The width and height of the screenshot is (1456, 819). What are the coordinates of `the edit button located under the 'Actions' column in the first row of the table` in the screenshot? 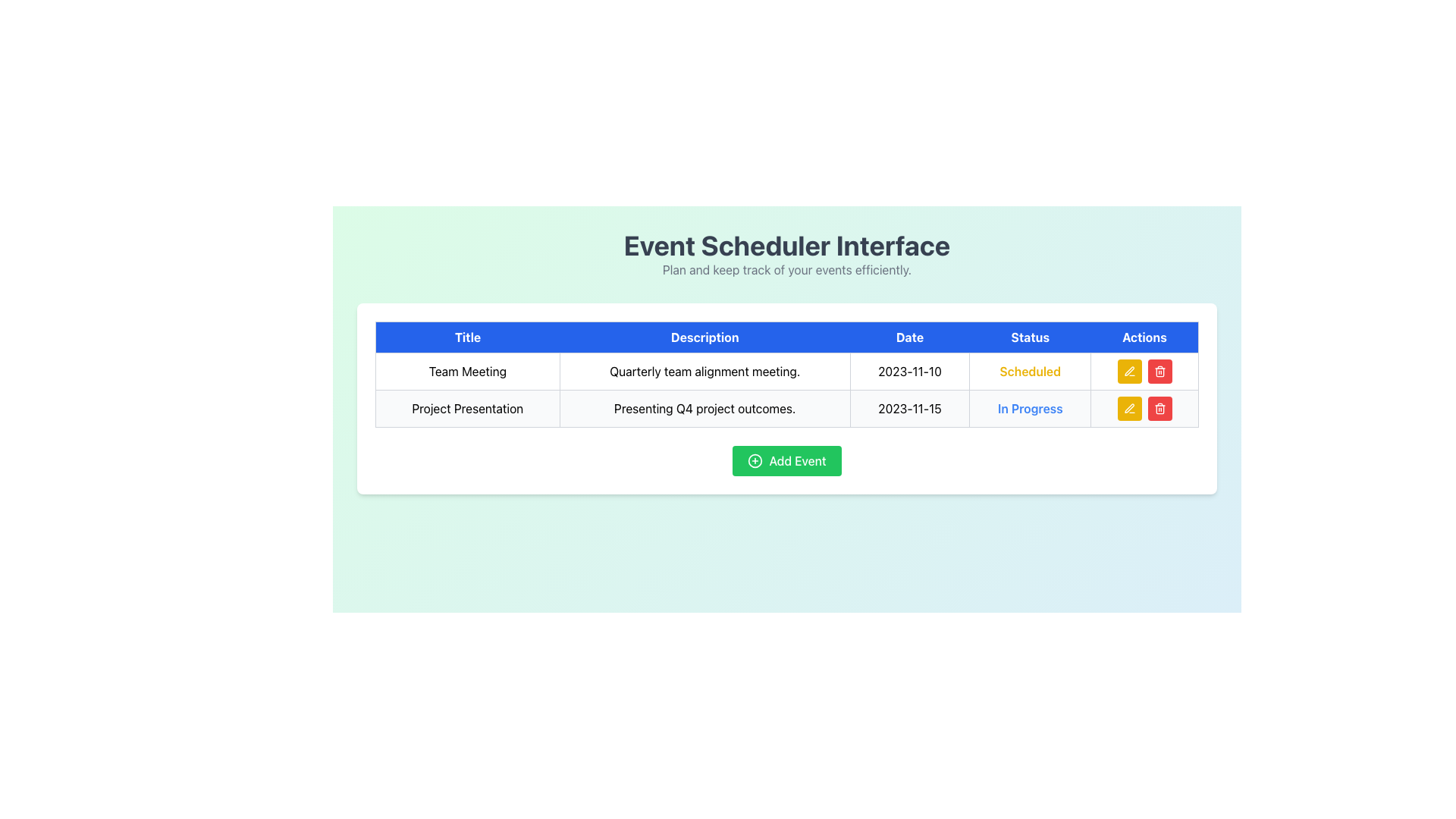 It's located at (1129, 408).